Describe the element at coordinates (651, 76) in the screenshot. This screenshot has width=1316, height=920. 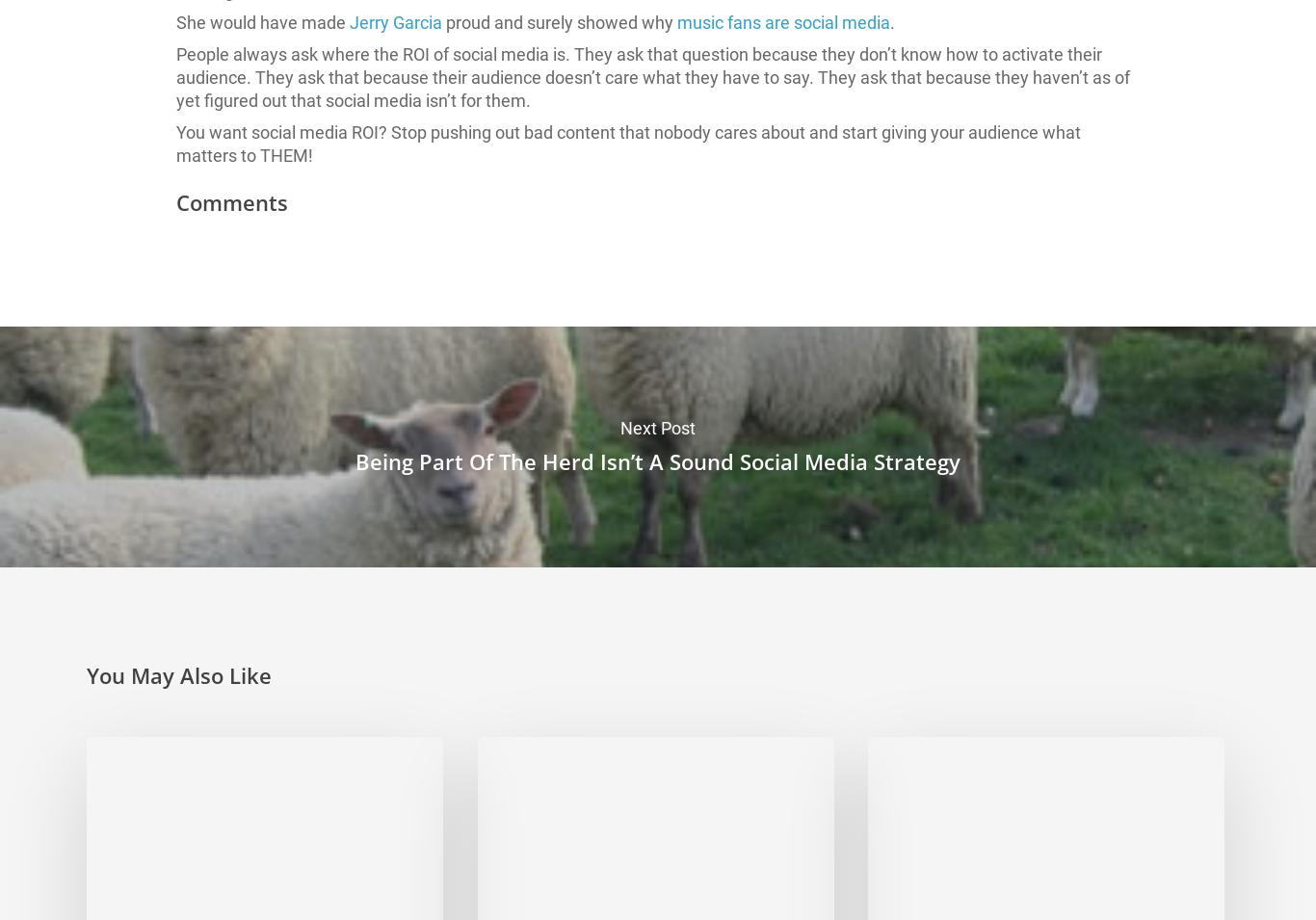
I see `'People always ask where the ROI of social media is. They ask that question because they don’t know how to activate their audience. They ask that because their audience doesn’t care what they have to say. They ask that because they haven’t as of yet figured out that social media isn’t for them.'` at that location.